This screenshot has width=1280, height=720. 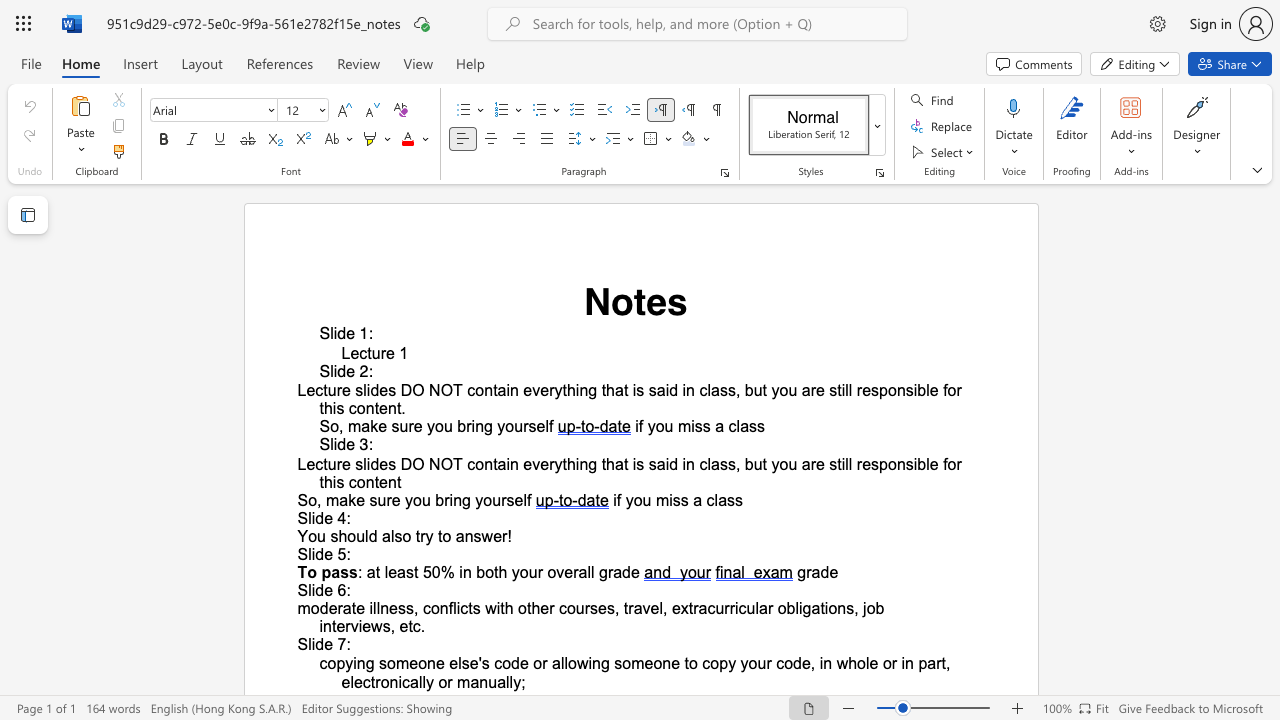 I want to click on the space between the continuous character "e" and "t" in the text, so click(x=406, y=625).